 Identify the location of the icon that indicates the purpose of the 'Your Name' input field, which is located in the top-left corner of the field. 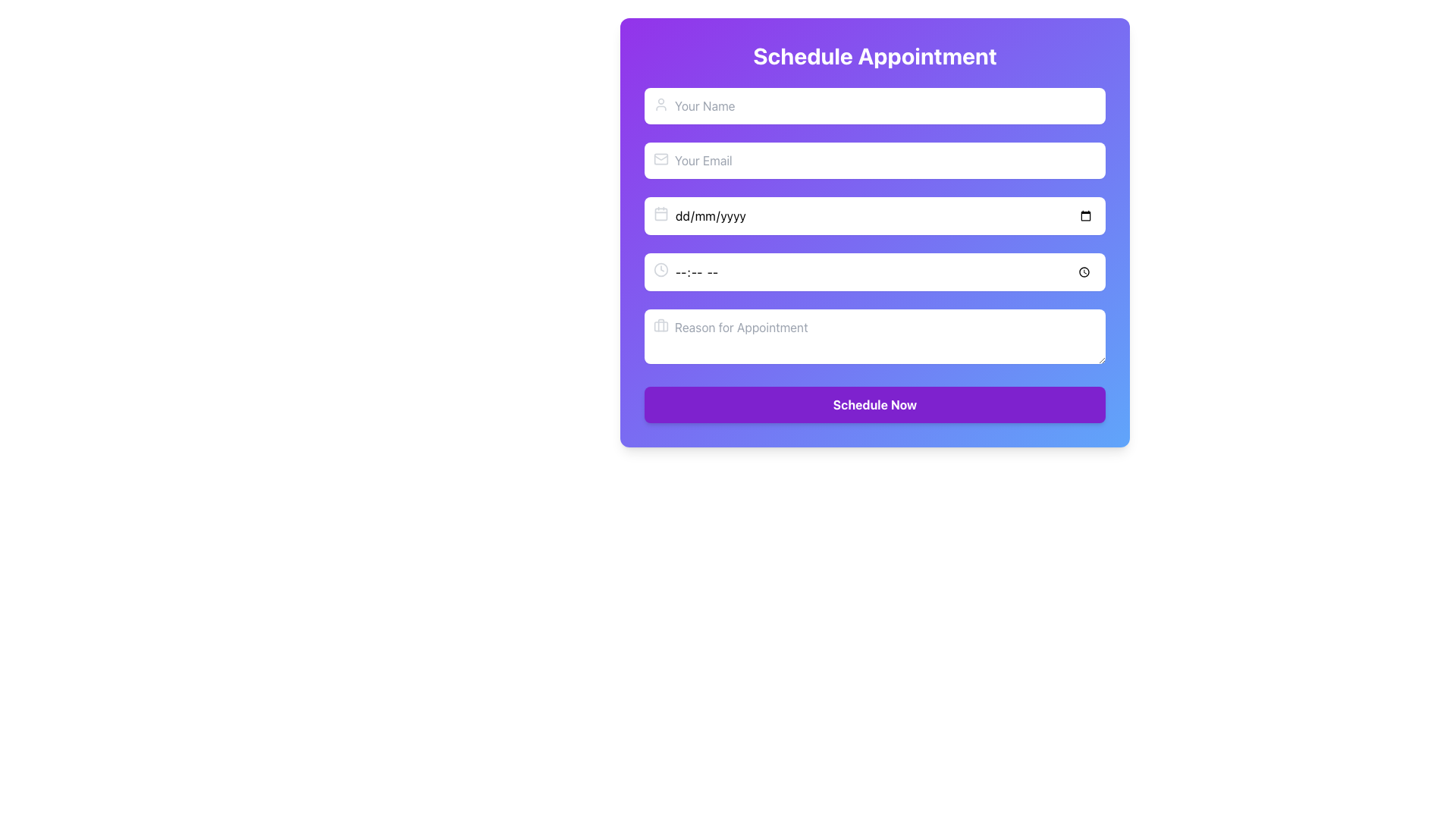
(661, 104).